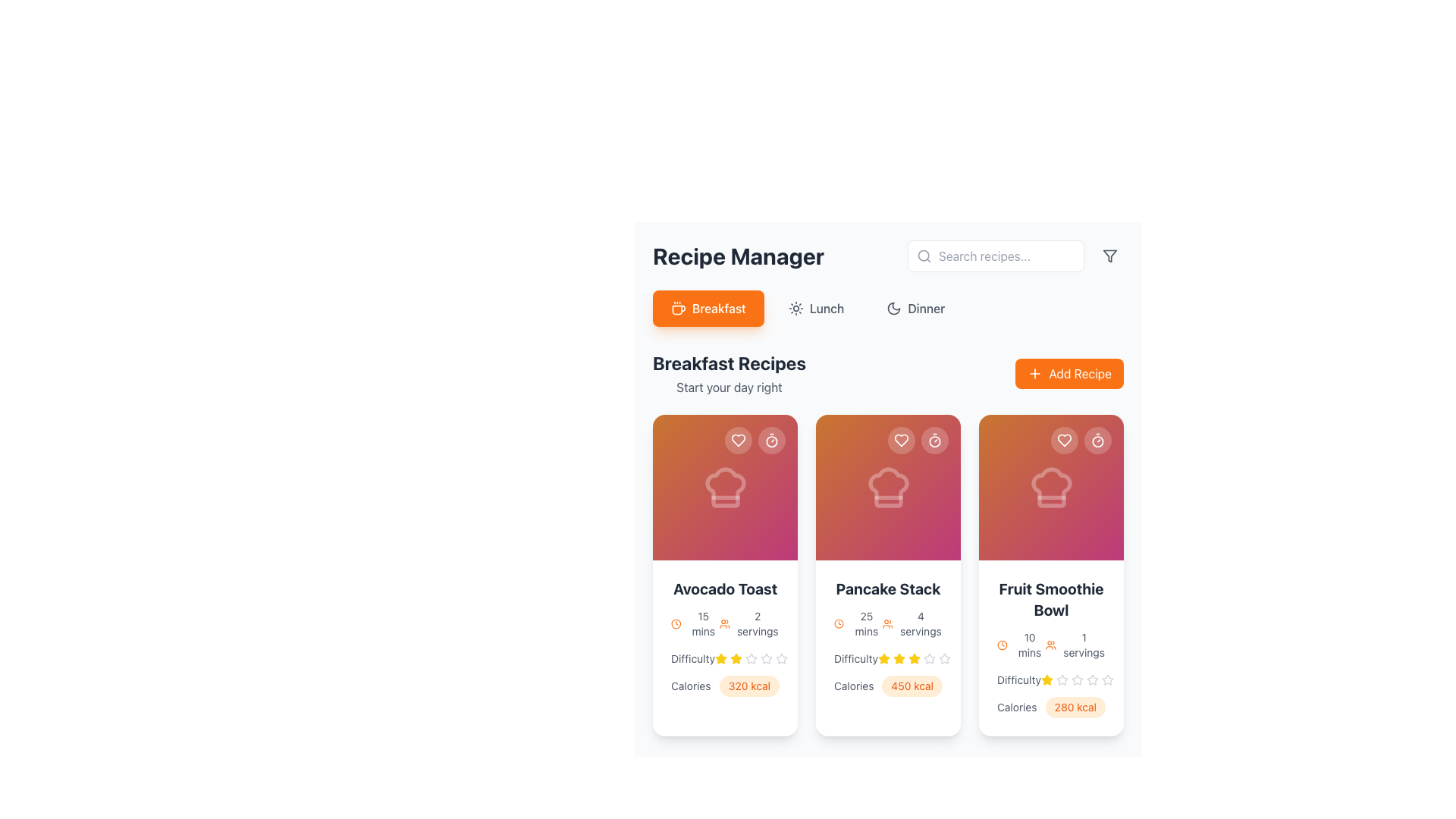 This screenshot has height=819, width=1456. I want to click on text element indicating the serving size located in the bottom section of the 'Pancake Stack' card, positioned in the middle column below the cooking time information, so click(912, 623).